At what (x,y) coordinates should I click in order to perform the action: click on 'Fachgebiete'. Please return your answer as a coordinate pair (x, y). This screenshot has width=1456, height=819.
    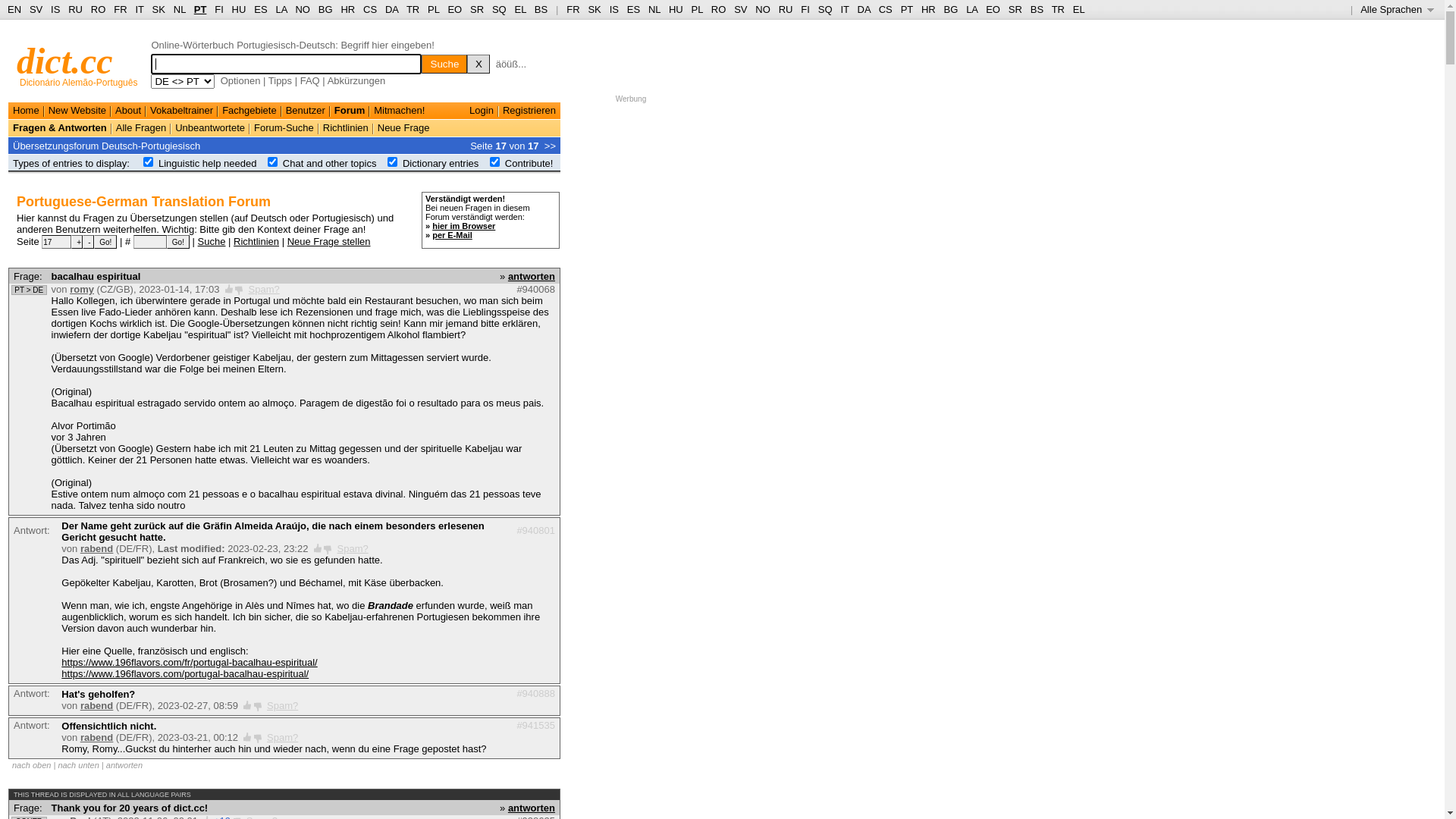
    Looking at the image, I should click on (249, 109).